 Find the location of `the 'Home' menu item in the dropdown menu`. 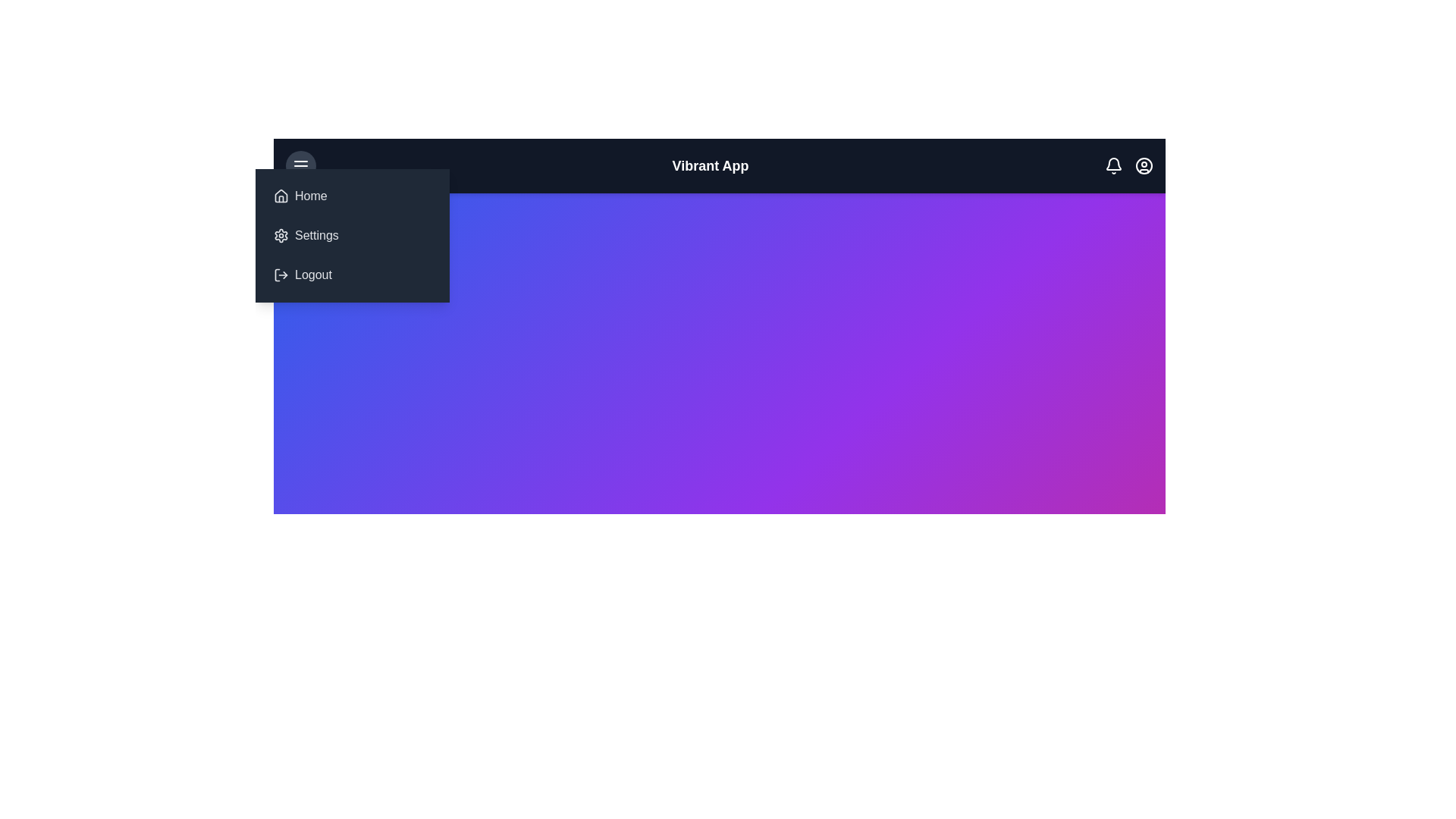

the 'Home' menu item in the dropdown menu is located at coordinates (352, 195).